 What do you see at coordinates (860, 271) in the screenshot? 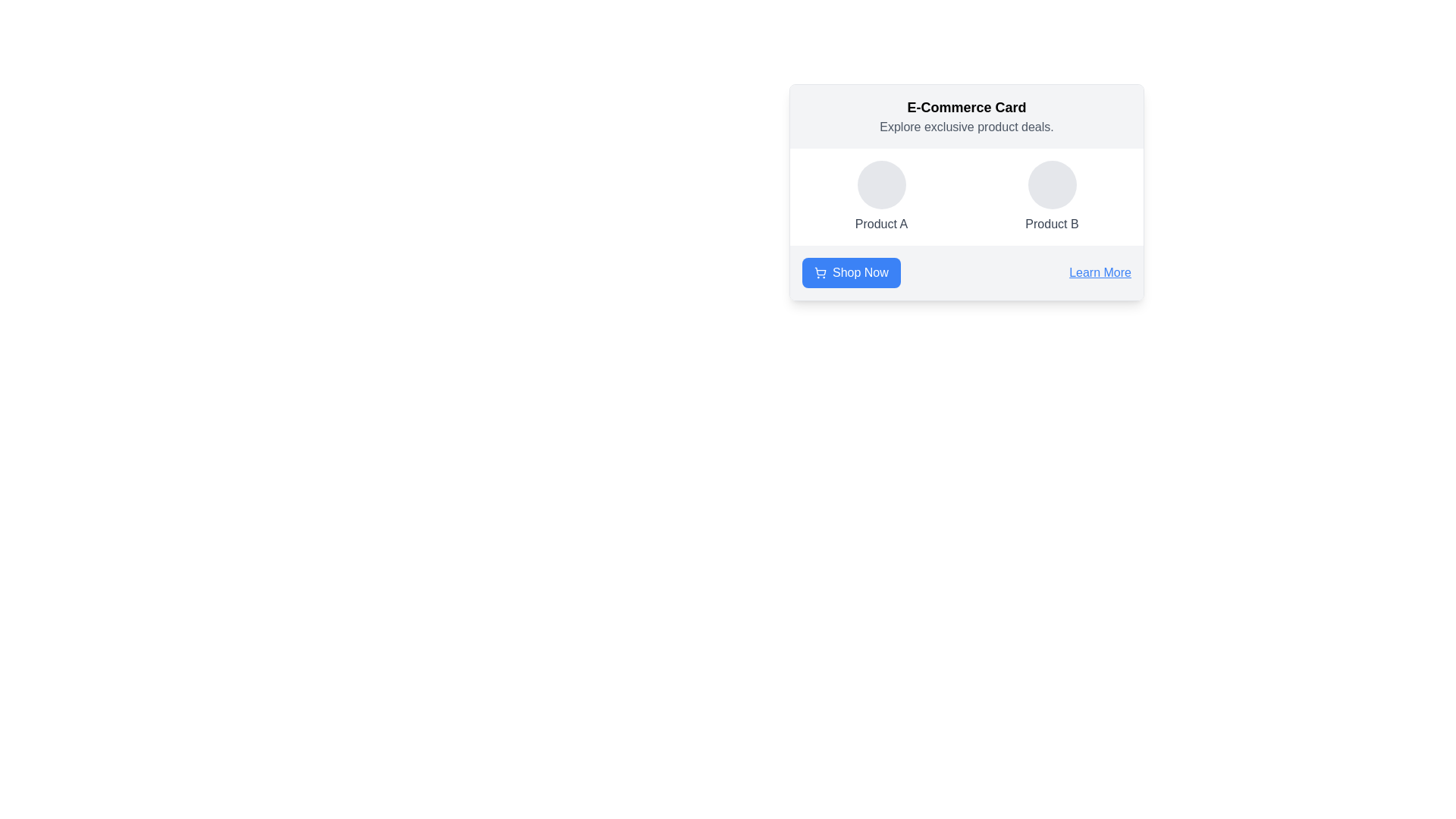
I see `the 'Shop Now' button located in the bottom-left corner of the card interface` at bounding box center [860, 271].